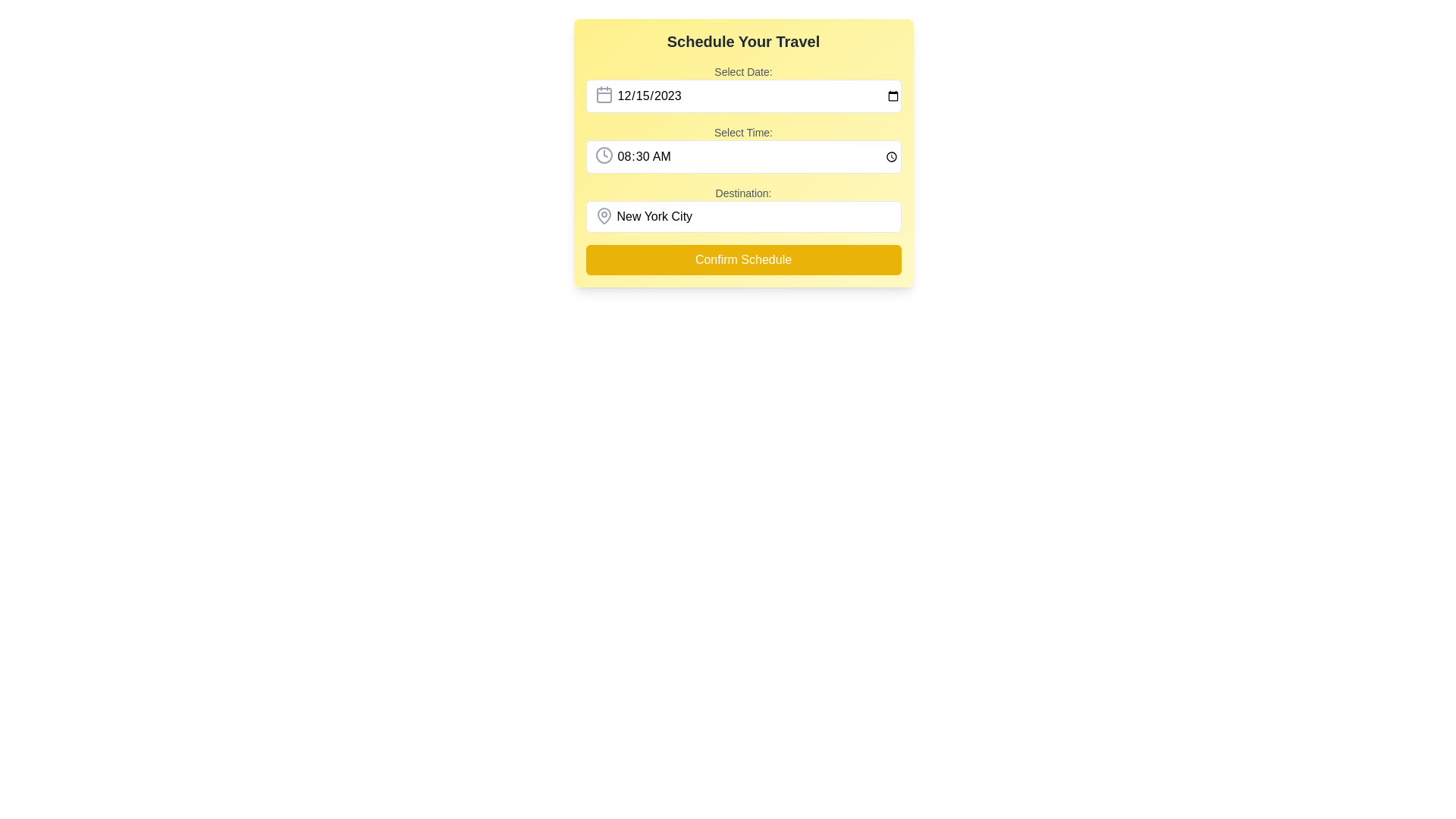  I want to click on the Static Text Label that provides context for the time selection input field, located near the top center of the form area between the 'Select Date:' label and the time input field, so click(743, 131).